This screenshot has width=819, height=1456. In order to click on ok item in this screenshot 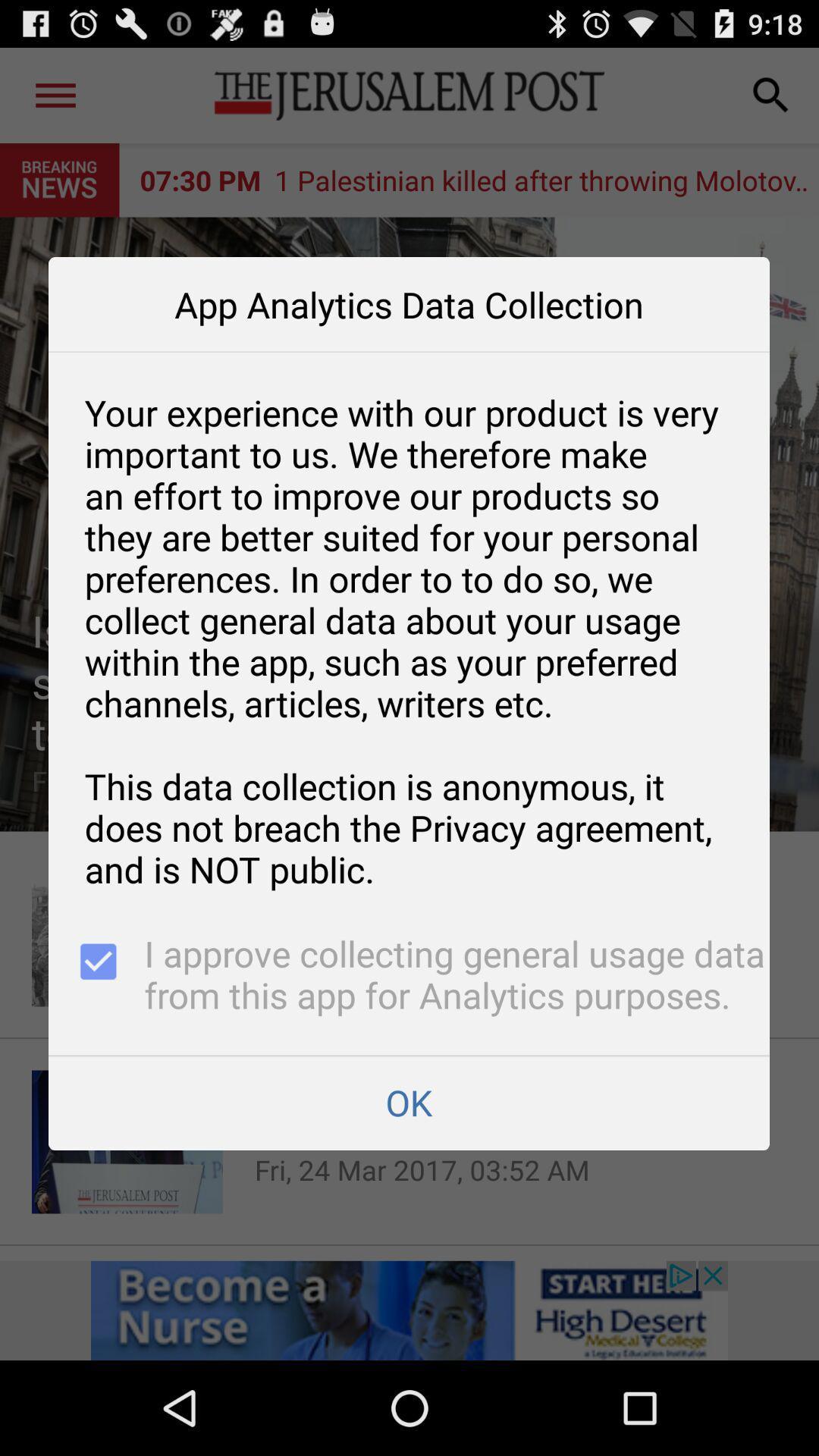, I will do `click(408, 1103)`.